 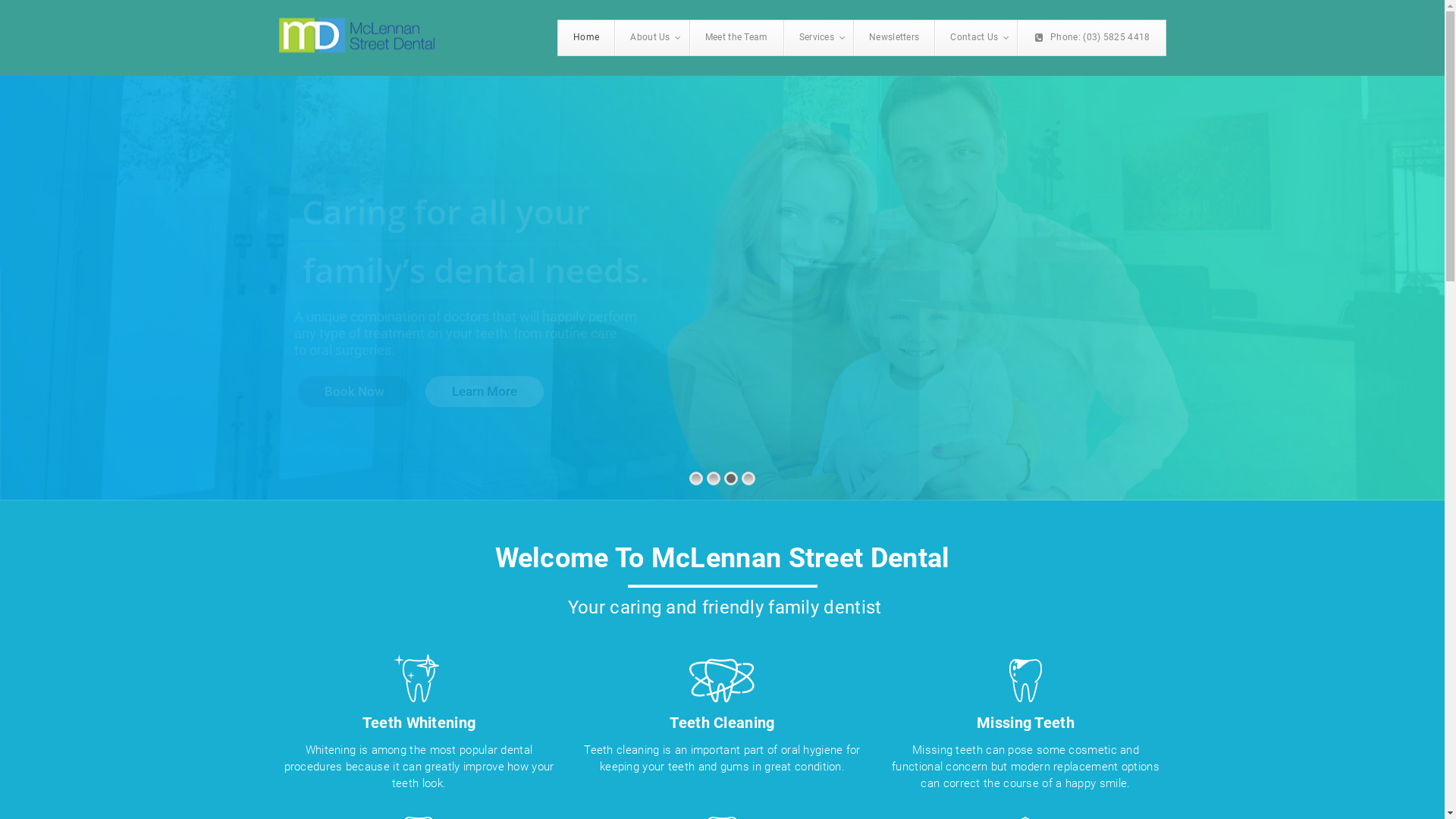 I want to click on 'Home', so click(x=585, y=37).